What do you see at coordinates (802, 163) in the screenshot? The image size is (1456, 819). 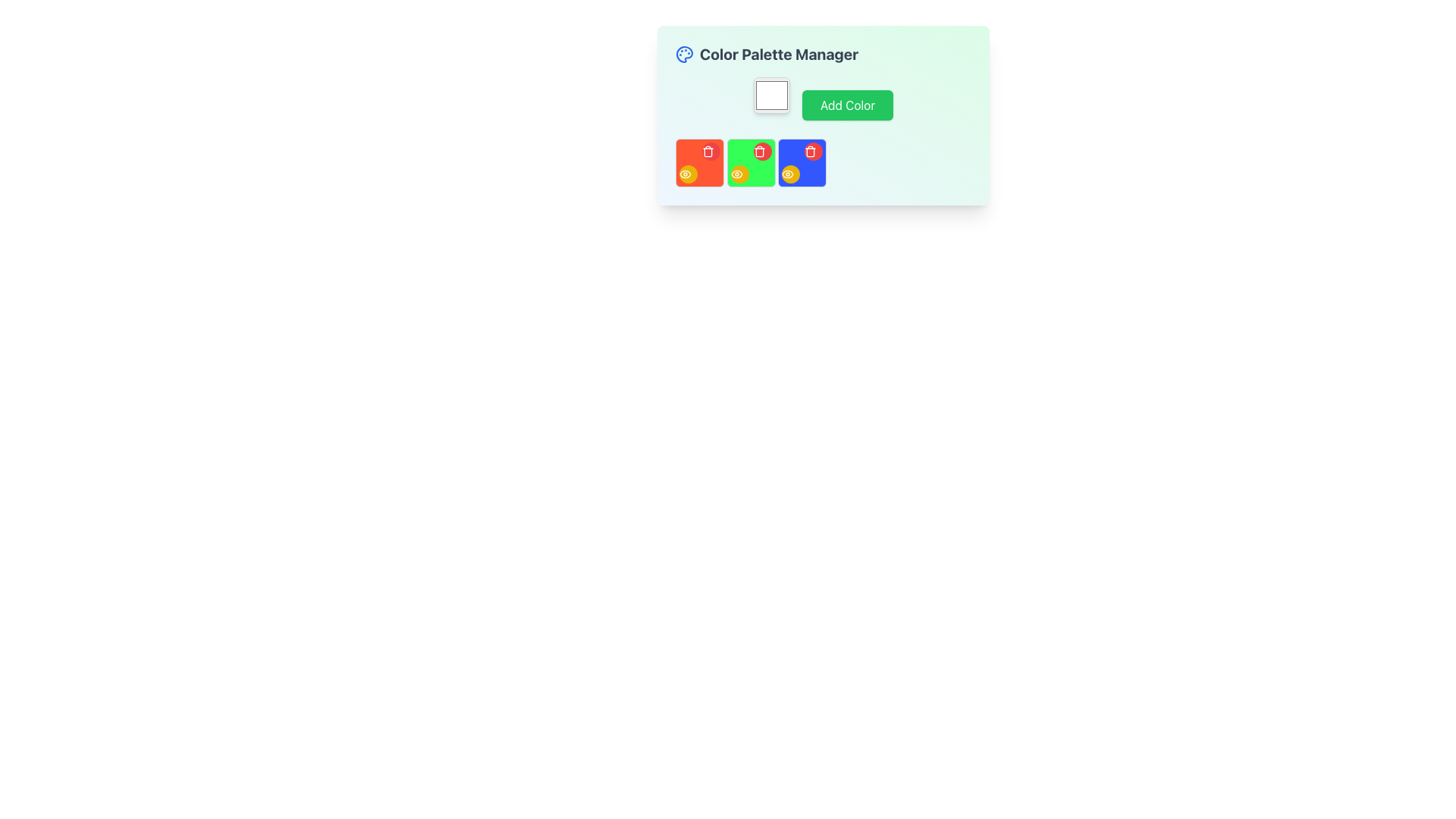 I see `the Interactive panel with a blue background and accessory buttons, featuring a red trash bin icon and a yellow eye icon, located at the bottom of the 'Color Palette Manager' interface` at bounding box center [802, 163].